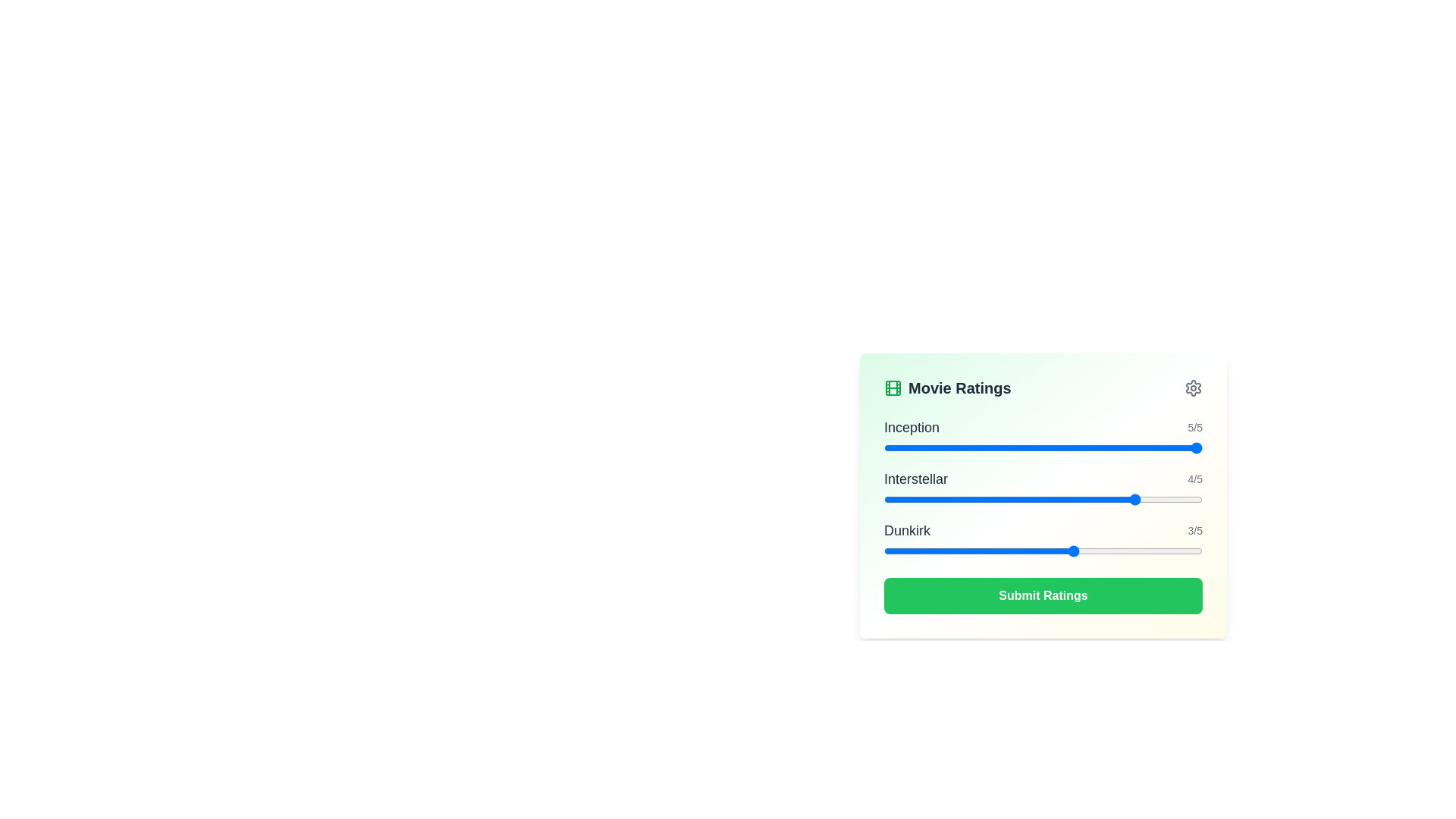  What do you see at coordinates (884, 500) in the screenshot?
I see `the slider` at bounding box center [884, 500].